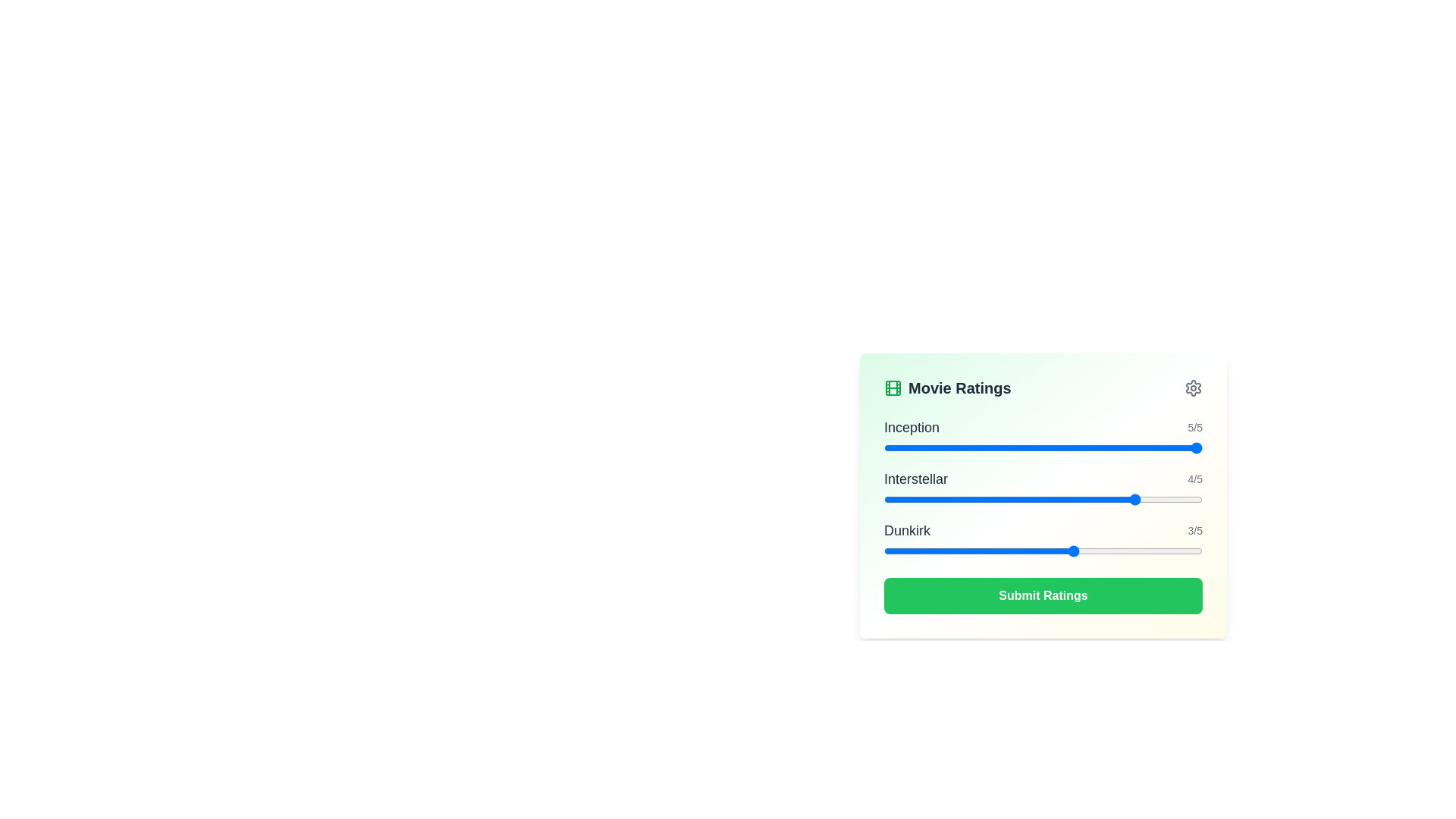  What do you see at coordinates (884, 500) in the screenshot?
I see `the slider` at bounding box center [884, 500].